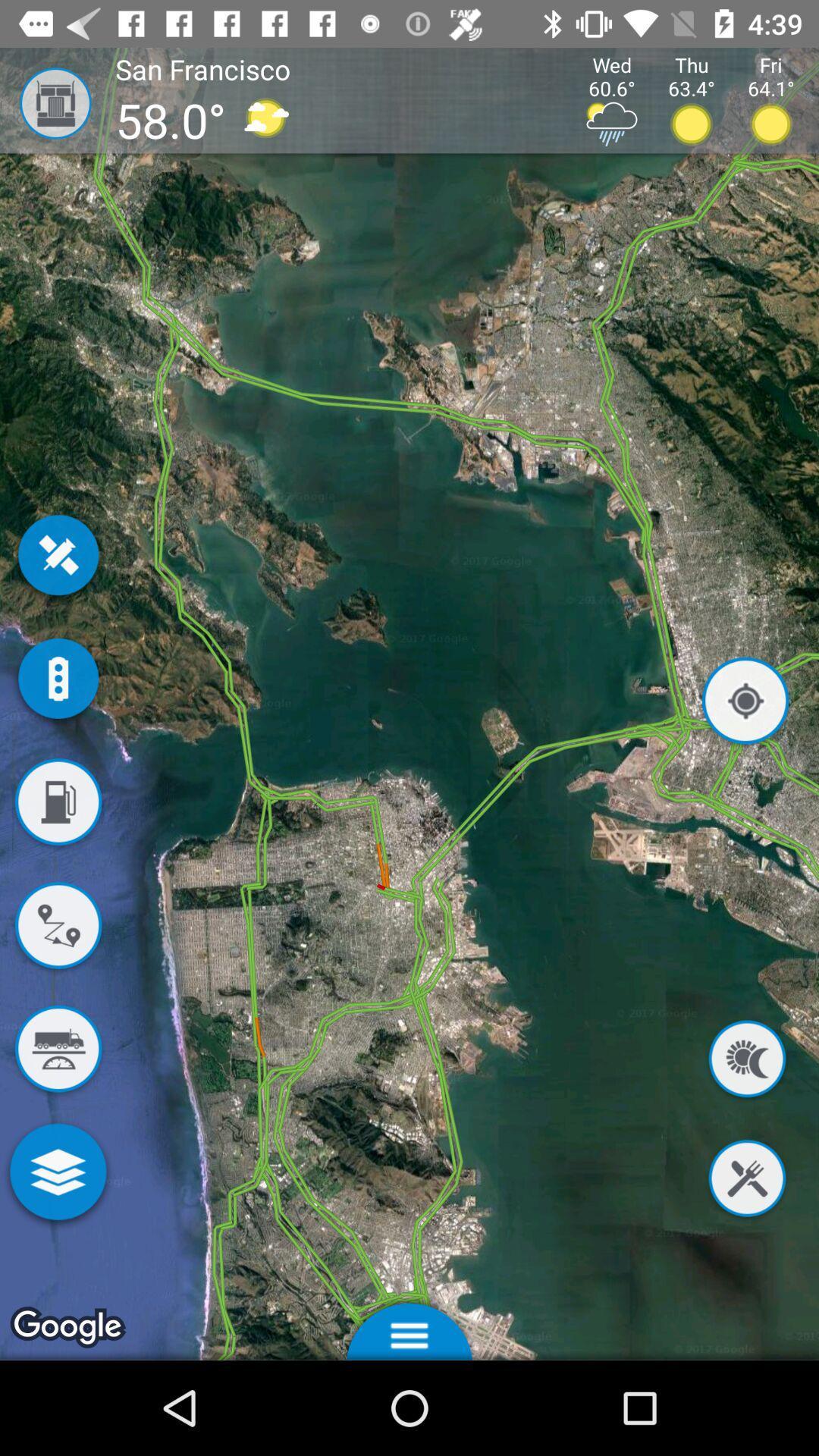  What do you see at coordinates (746, 1180) in the screenshot?
I see `search restaurants` at bounding box center [746, 1180].